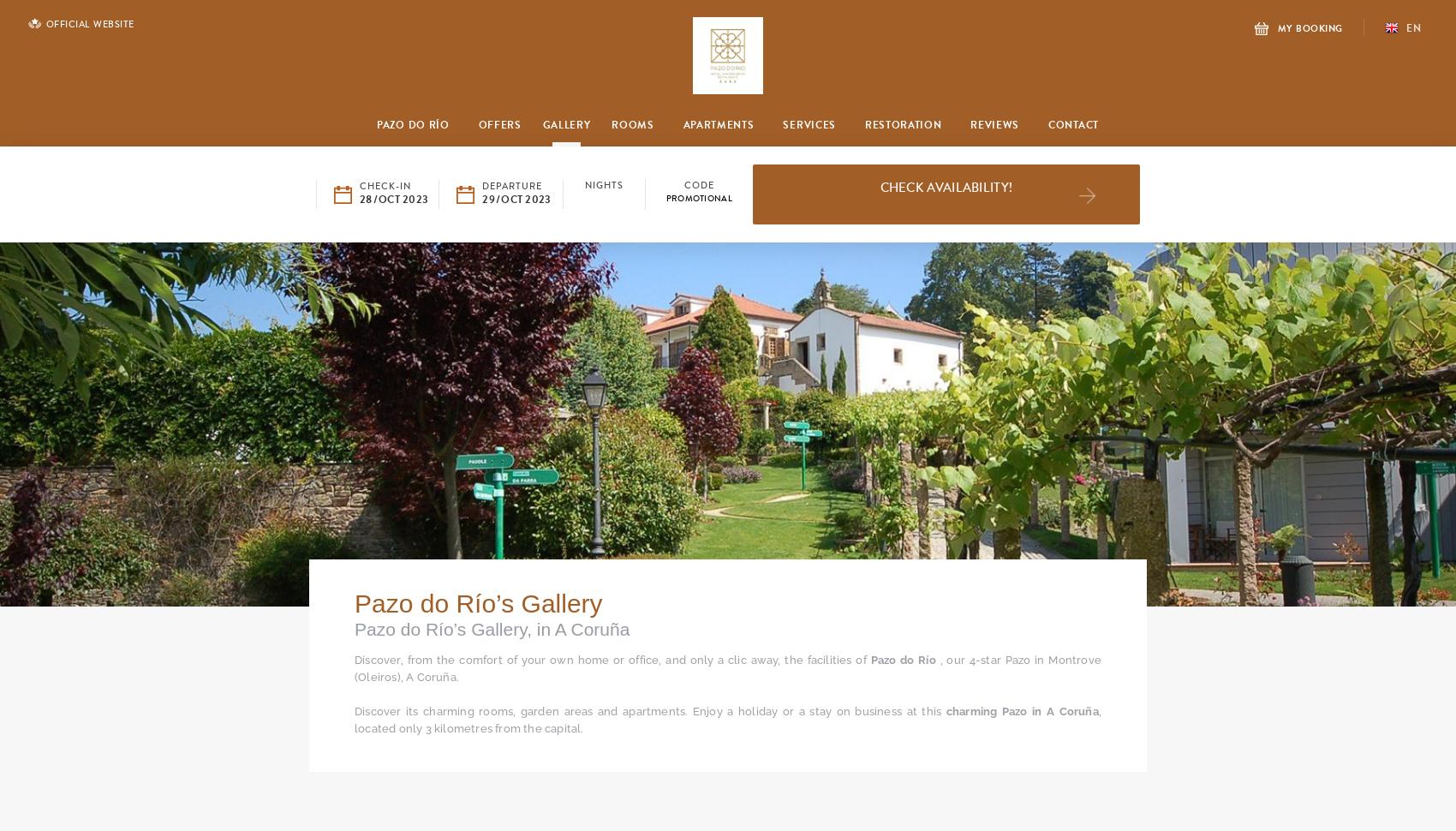 The width and height of the screenshot is (1456, 831). Describe the element at coordinates (1401, 27) in the screenshot. I see `'en'` at that location.